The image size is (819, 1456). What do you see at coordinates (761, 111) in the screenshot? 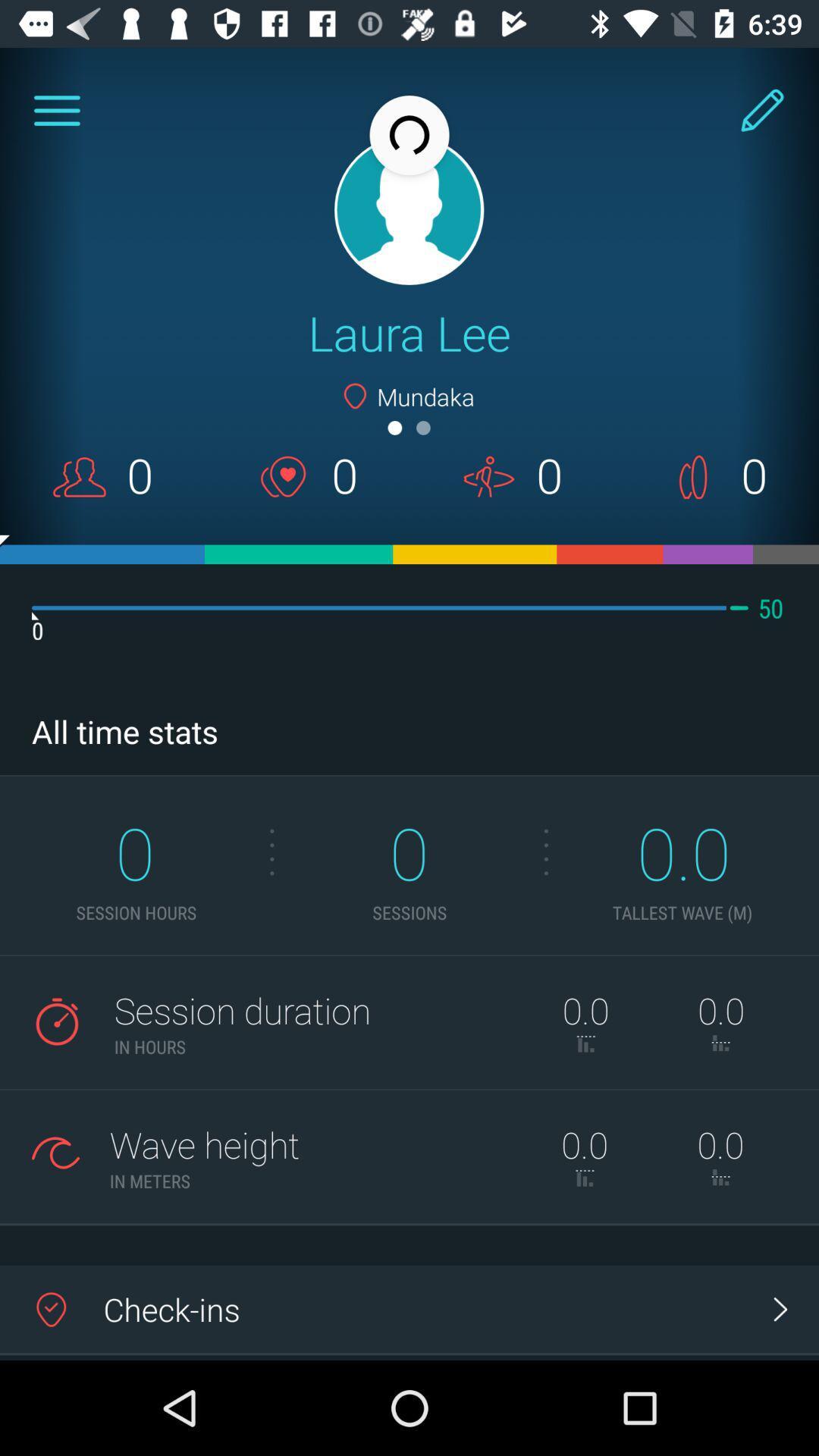
I see `the edit icon` at bounding box center [761, 111].